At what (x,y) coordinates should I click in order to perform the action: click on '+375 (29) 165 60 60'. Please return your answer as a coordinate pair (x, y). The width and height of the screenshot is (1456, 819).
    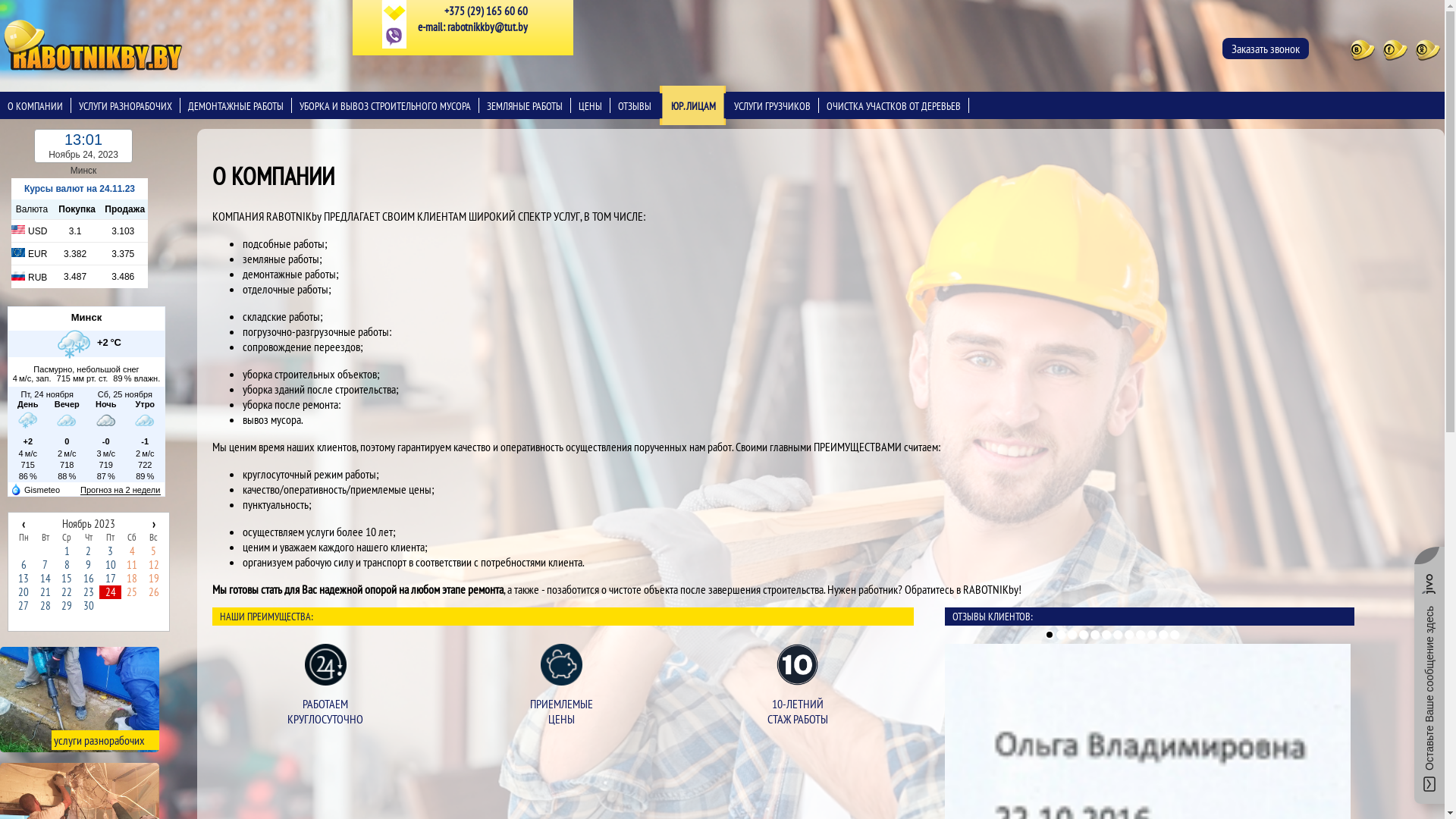
    Looking at the image, I should click on (472, 11).